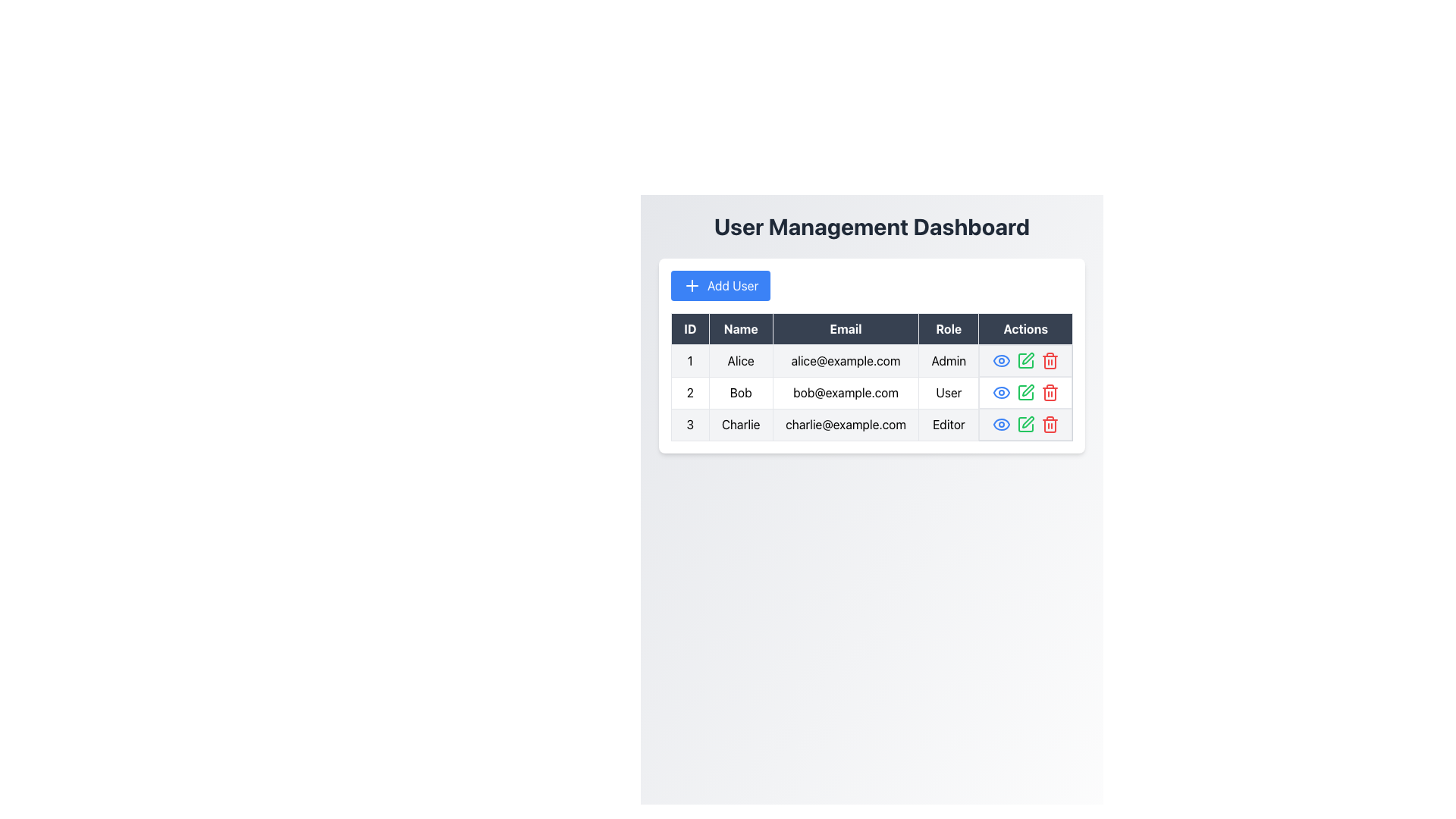  I want to click on the Text Label displaying the name 'Charlie' in the third row of the table under the 'Name' column, so click(741, 425).